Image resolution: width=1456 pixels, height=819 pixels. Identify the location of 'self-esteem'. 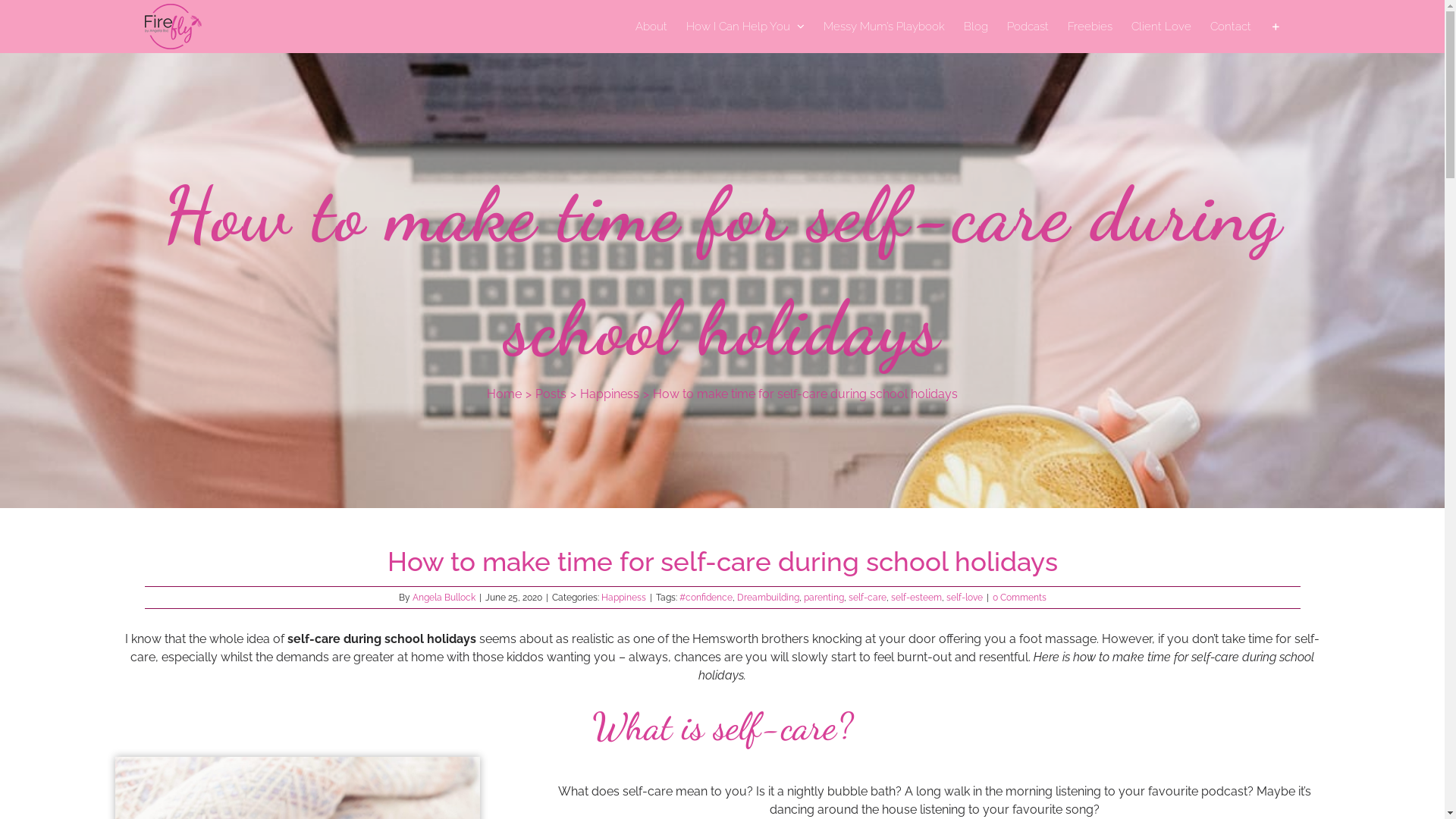
(915, 596).